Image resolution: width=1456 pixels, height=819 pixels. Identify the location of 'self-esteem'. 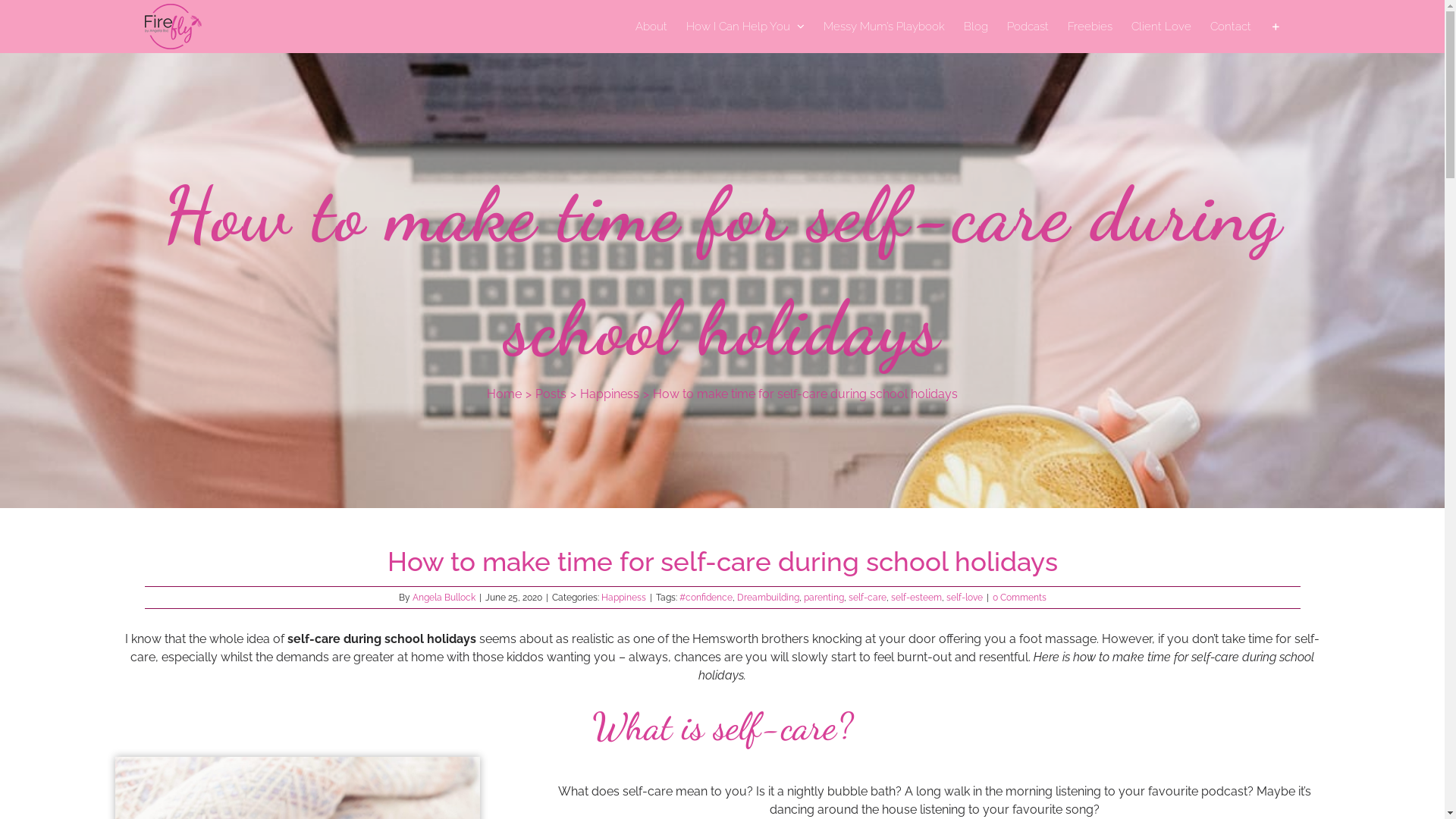
(915, 596).